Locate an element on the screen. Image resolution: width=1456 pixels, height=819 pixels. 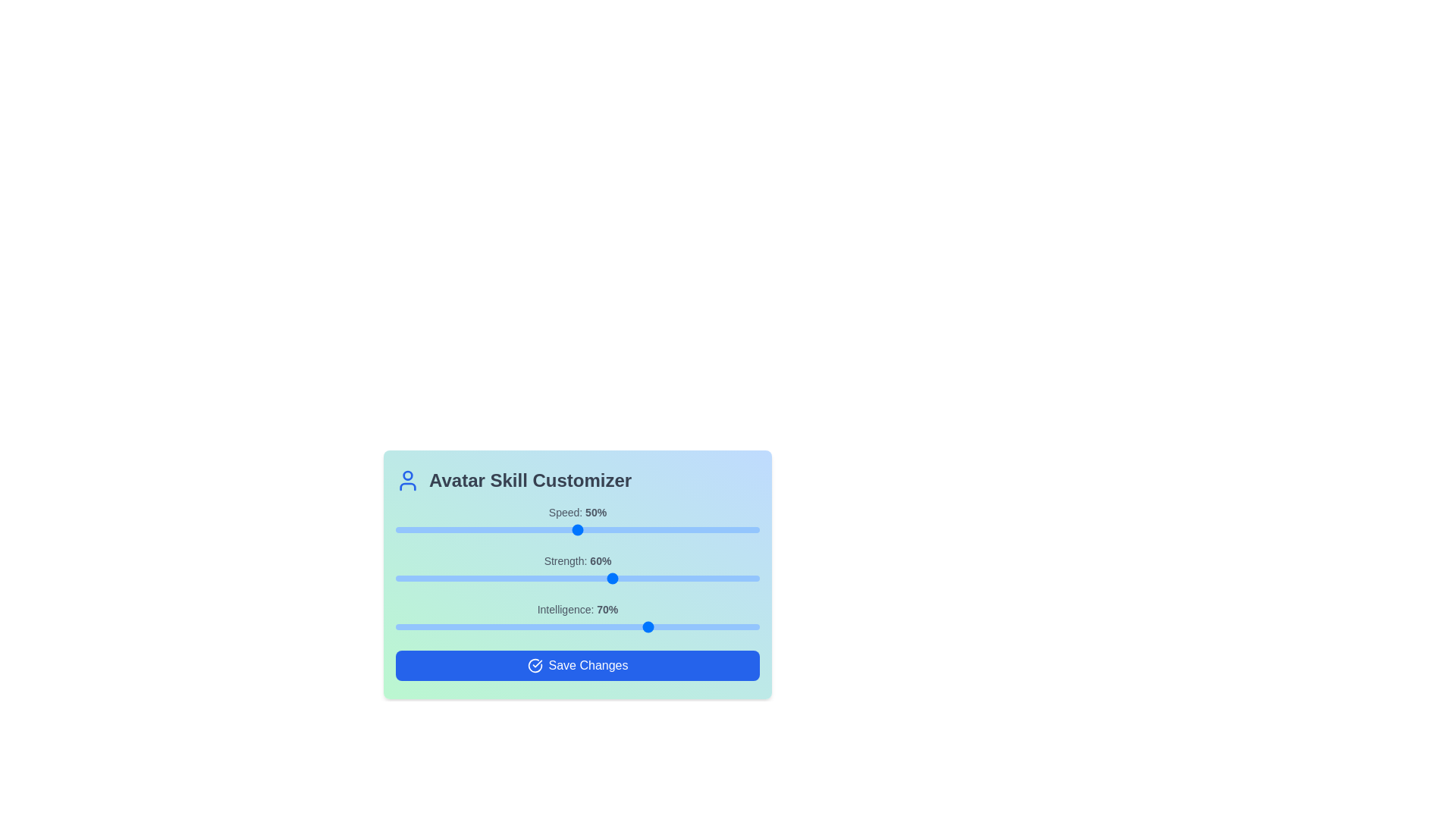
the sliders in the 'Avatar Skill Customizer' card-style component, which has a gradient background and contains the sliders for 'Speed', 'Strength', and 'Intelligence' is located at coordinates (577, 575).